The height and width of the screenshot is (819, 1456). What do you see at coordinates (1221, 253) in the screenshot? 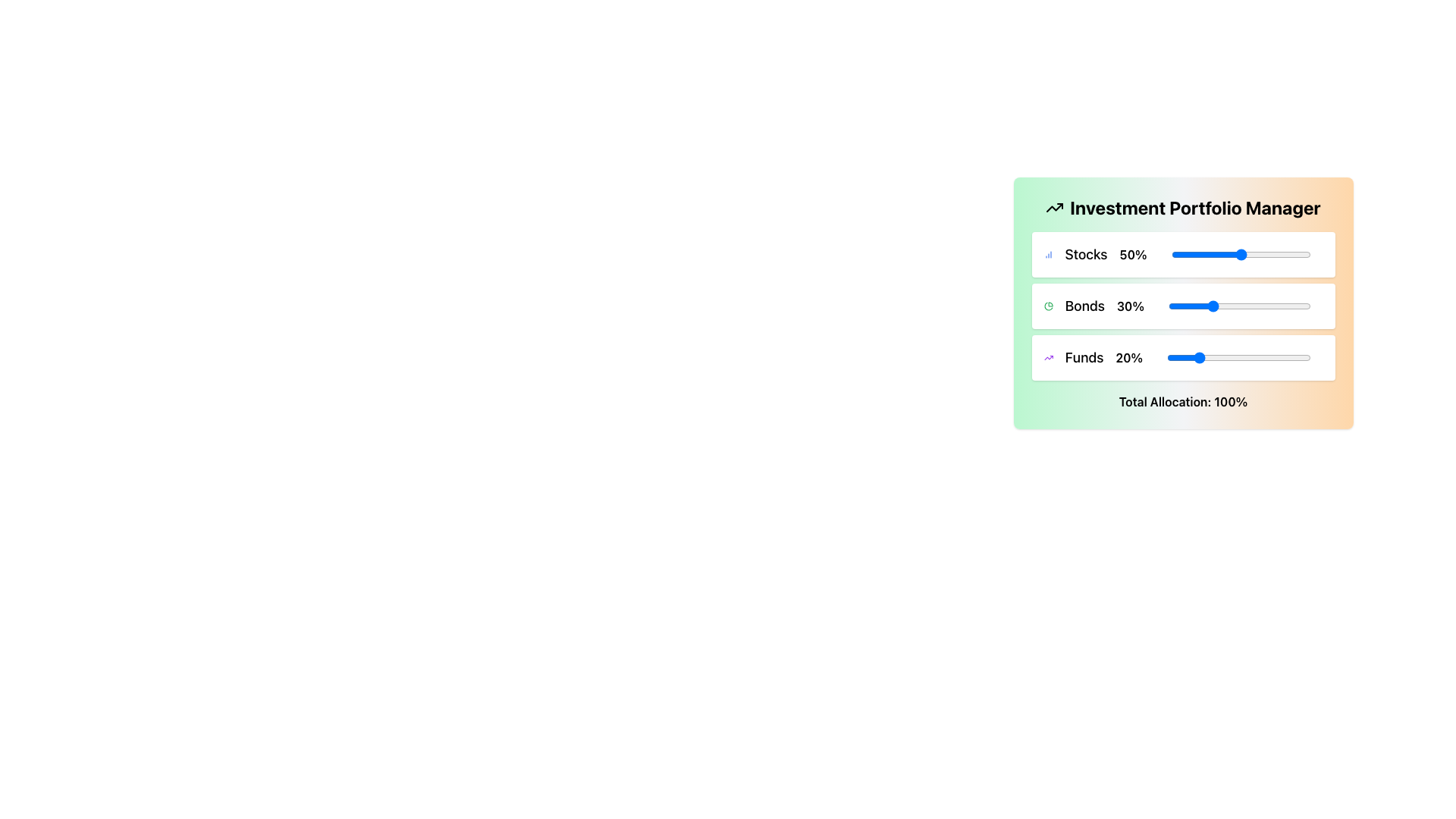
I see `the allocation percentage of the Stocks slider` at bounding box center [1221, 253].